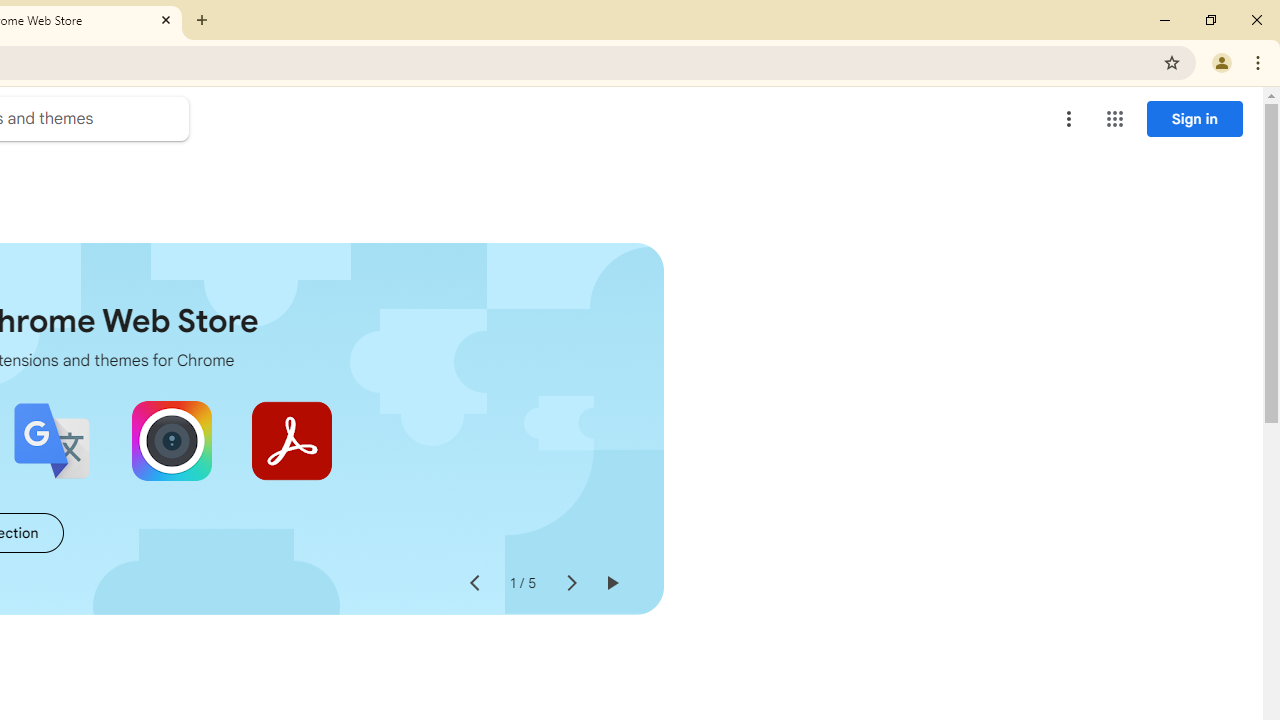 Image resolution: width=1280 pixels, height=720 pixels. I want to click on 'Previous slide', so click(473, 583).